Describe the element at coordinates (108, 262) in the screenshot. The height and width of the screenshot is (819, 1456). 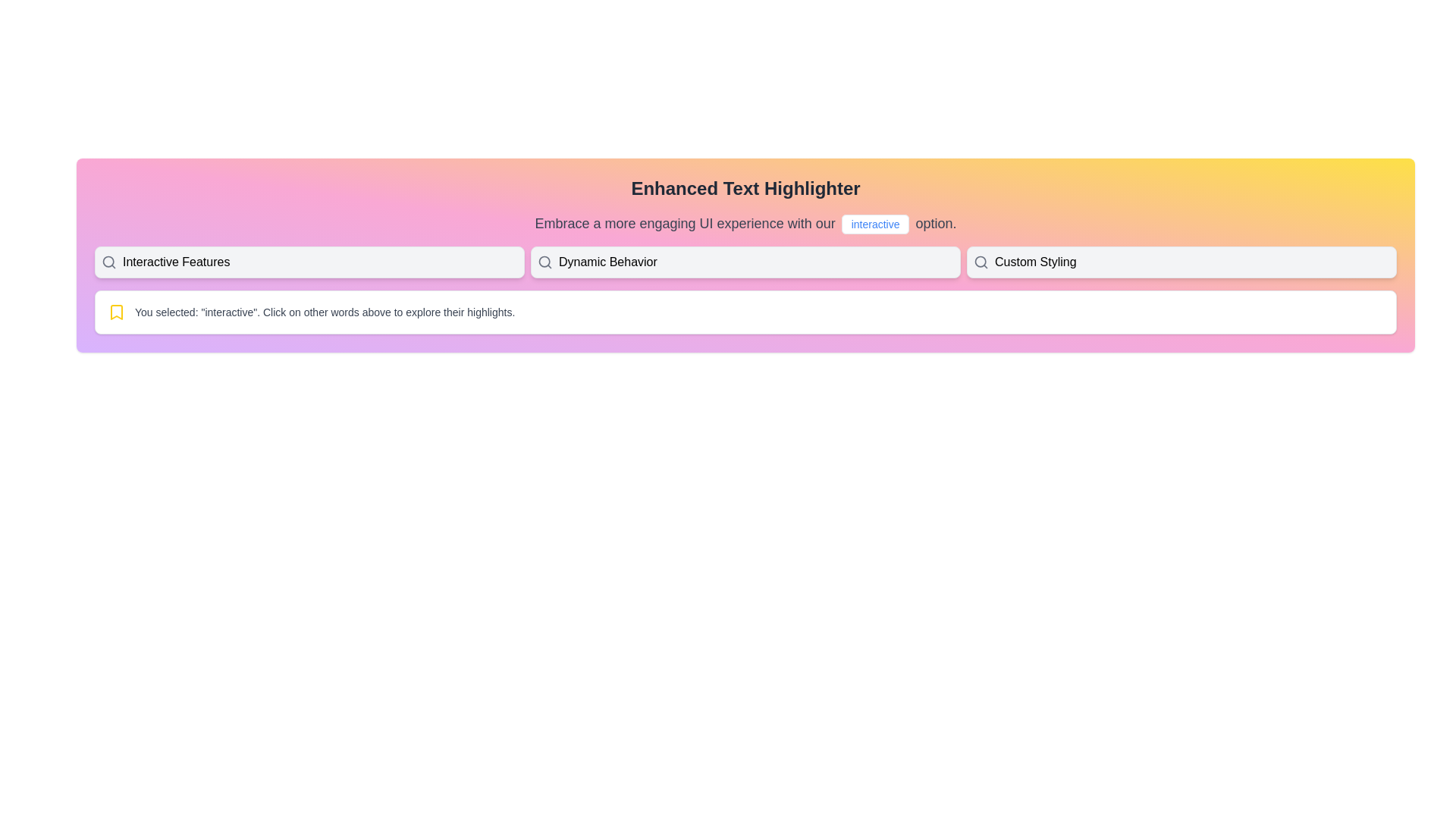
I see `the search icon, which is a light gray magnifying glass located to the left of the 'Interactive Features' text` at that location.